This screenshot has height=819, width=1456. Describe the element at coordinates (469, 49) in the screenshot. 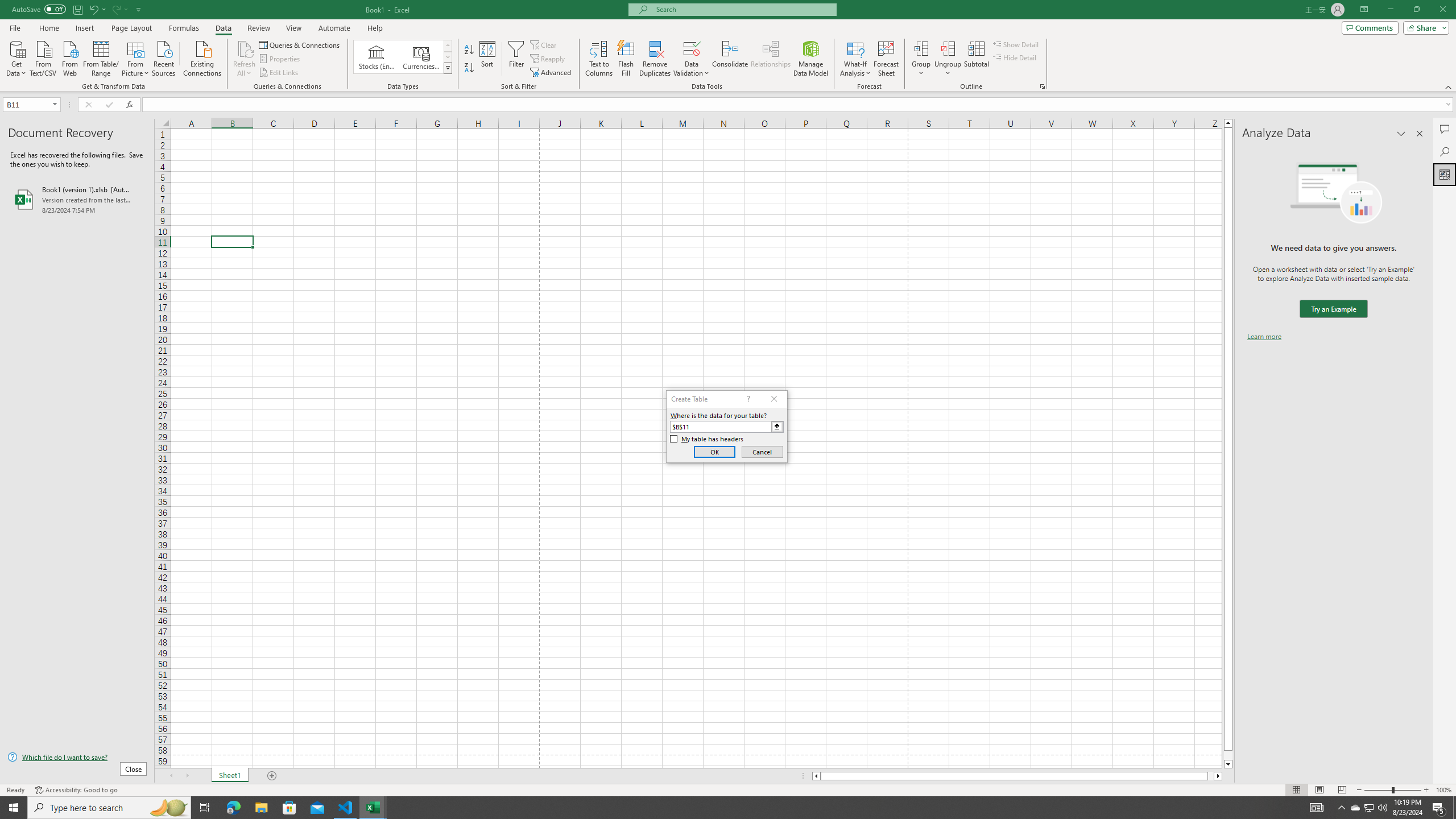

I see `'Sort A to Z'` at that location.